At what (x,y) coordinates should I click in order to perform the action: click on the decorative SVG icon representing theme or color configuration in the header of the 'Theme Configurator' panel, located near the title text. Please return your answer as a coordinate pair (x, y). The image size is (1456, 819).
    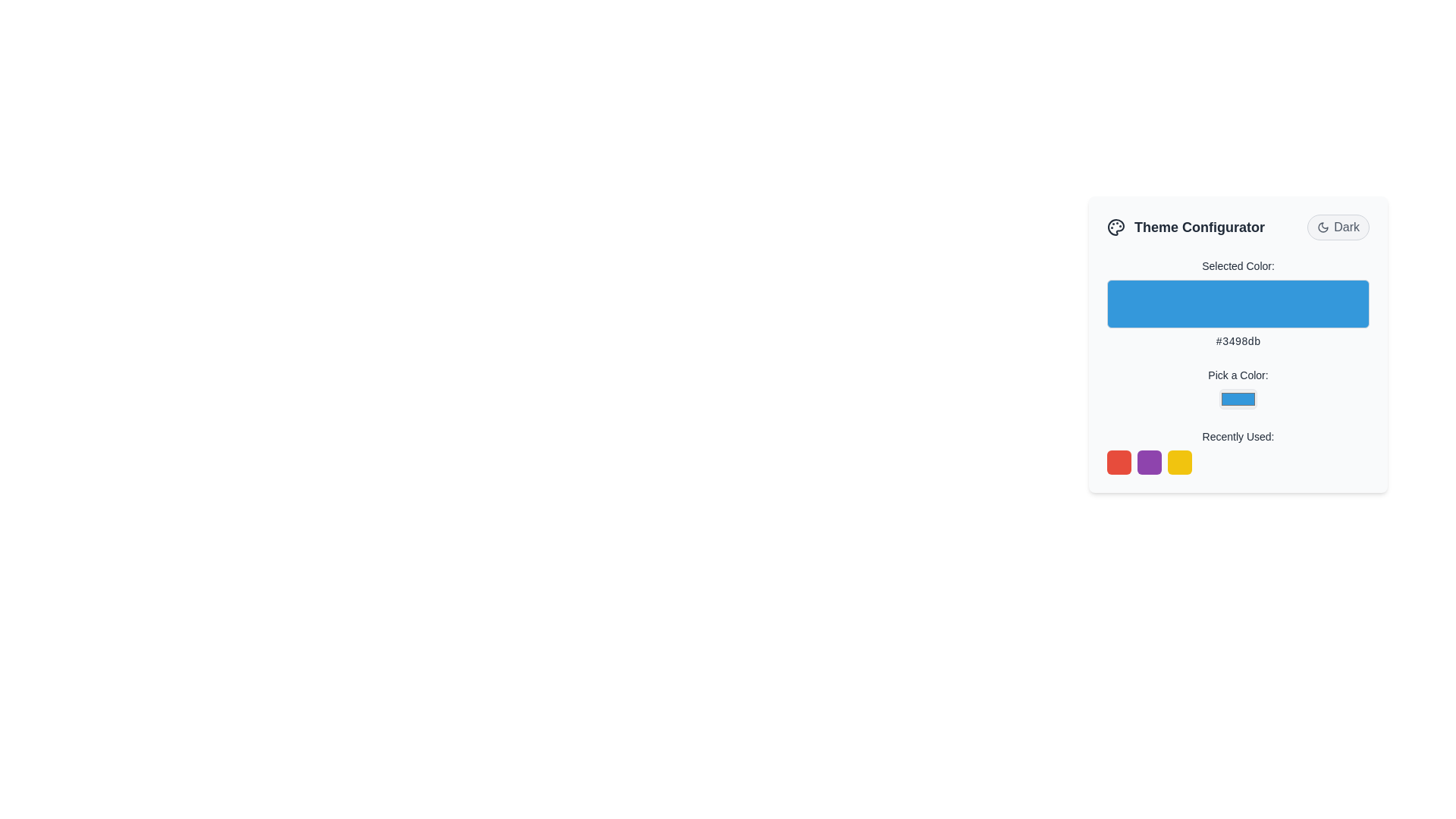
    Looking at the image, I should click on (1116, 227).